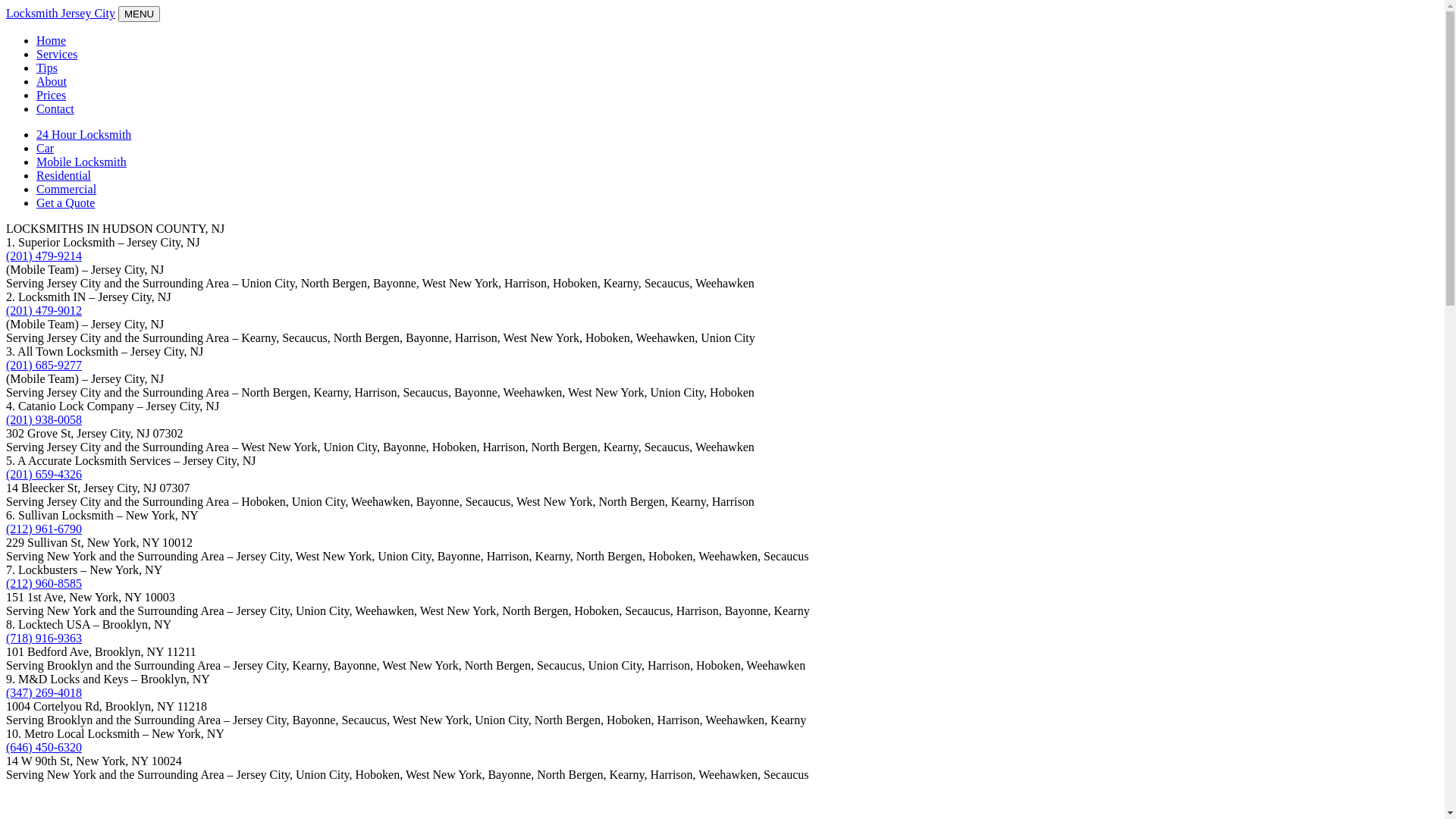 This screenshot has width=1456, height=819. Describe the element at coordinates (6, 13) in the screenshot. I see `'Locksmith Jersey City'` at that location.